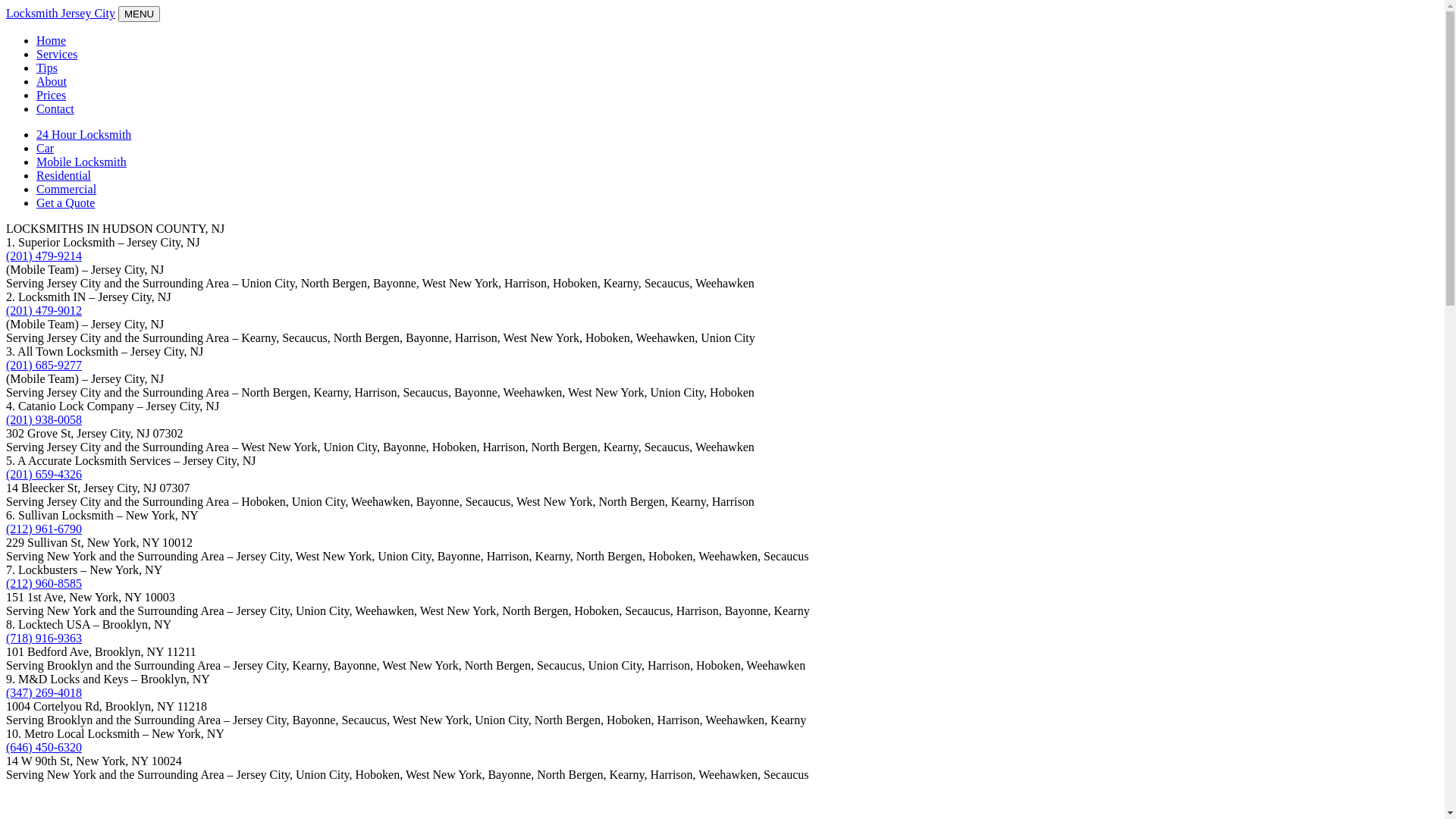 This screenshot has width=1456, height=819. Describe the element at coordinates (6, 13) in the screenshot. I see `'Locksmith Jersey City'` at that location.